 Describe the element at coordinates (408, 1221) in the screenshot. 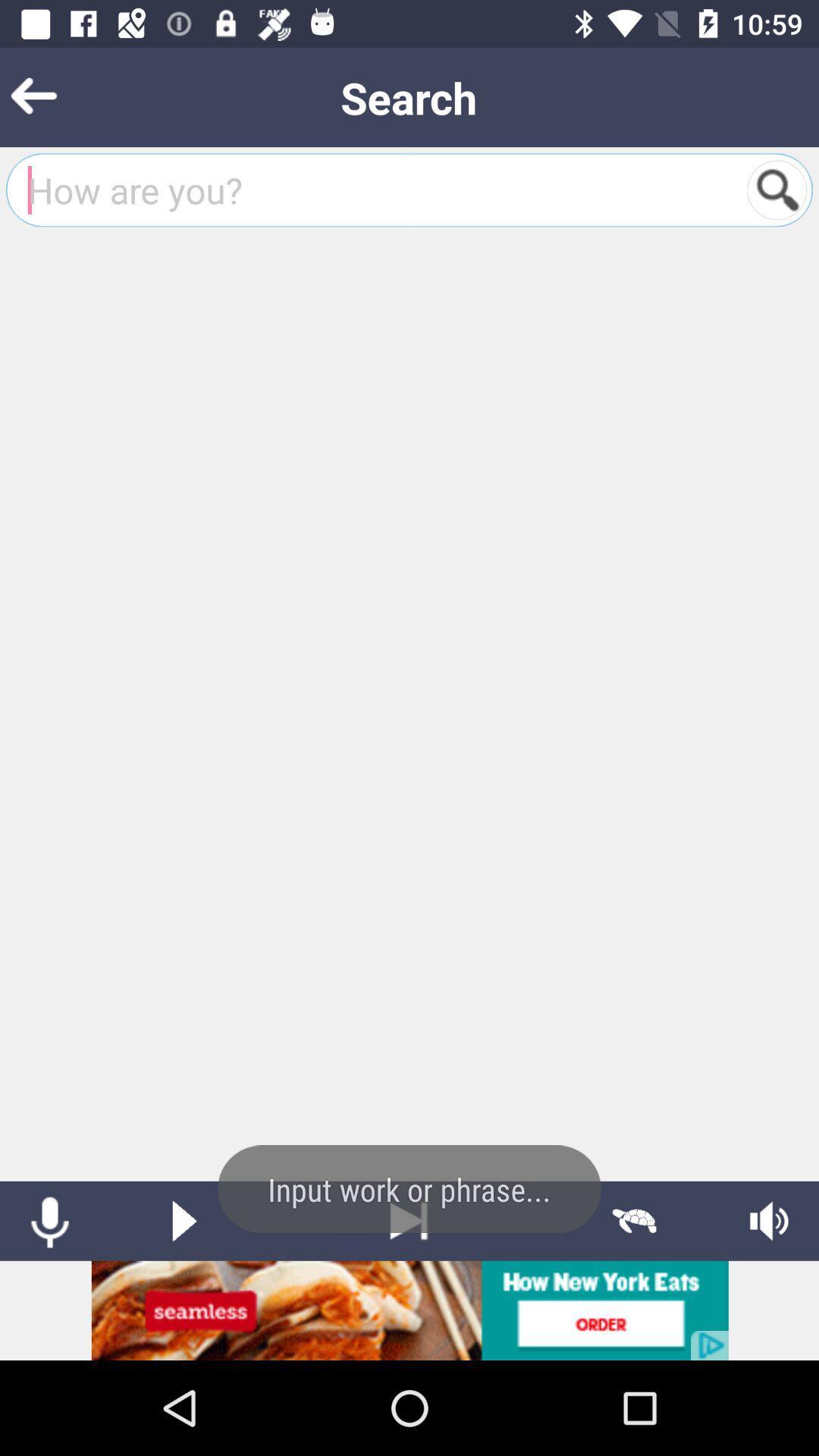

I see `the skip_next icon` at that location.